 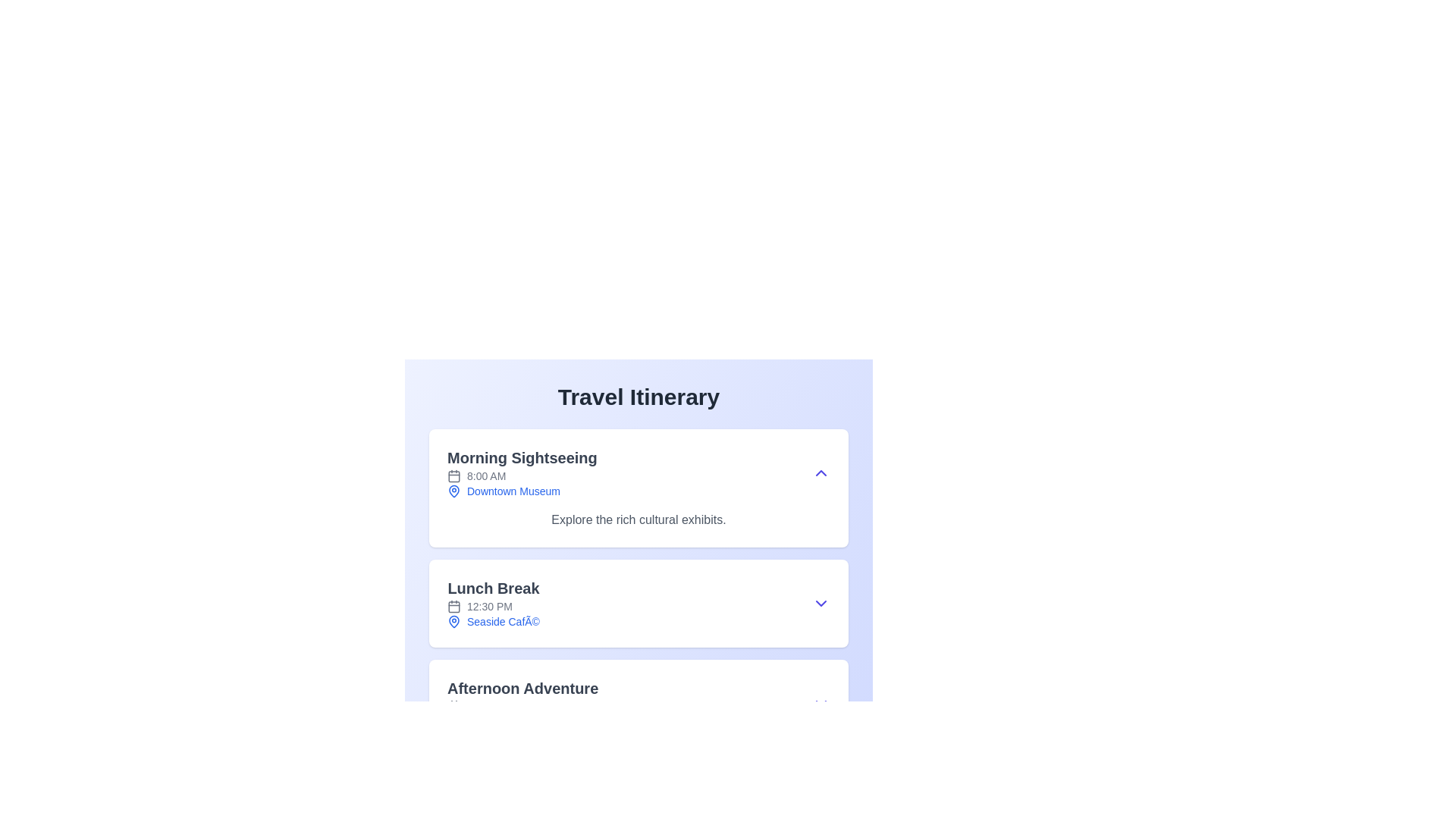 I want to click on the text label reading 'Afternoon Adventure', so click(x=522, y=688).